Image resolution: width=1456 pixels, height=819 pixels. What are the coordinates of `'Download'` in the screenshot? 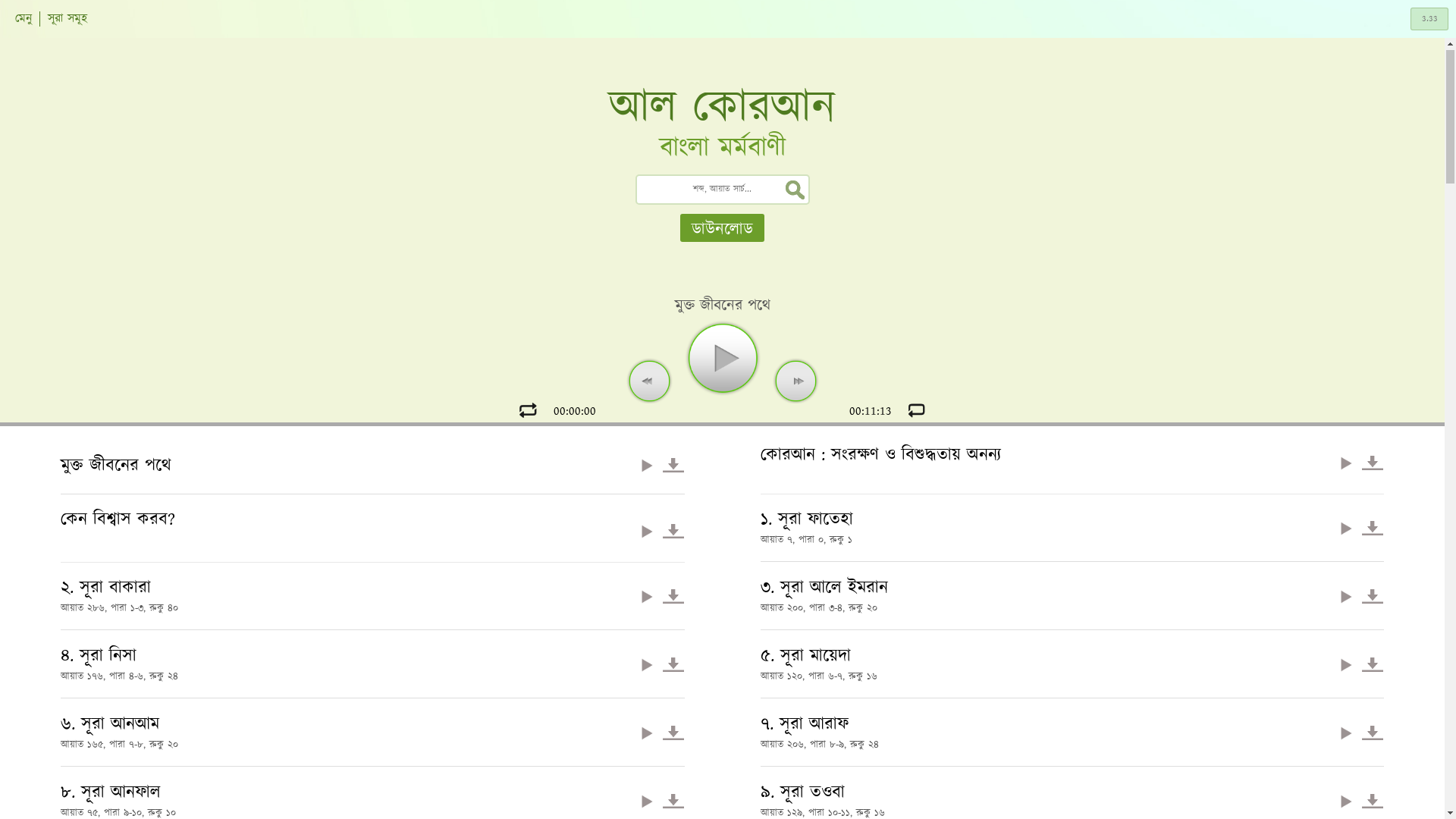 It's located at (672, 664).